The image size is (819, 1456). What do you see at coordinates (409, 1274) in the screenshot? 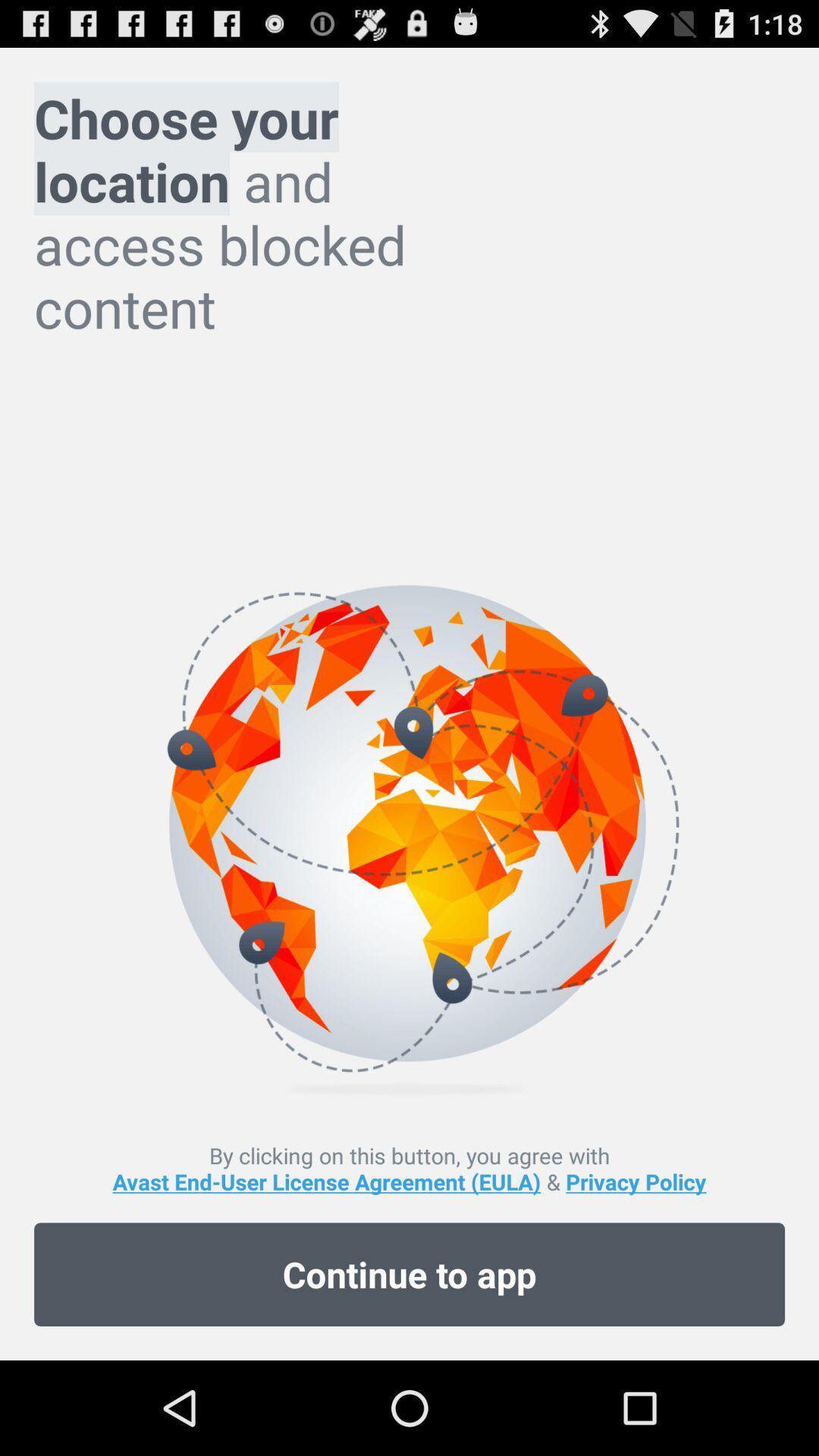
I see `icon below by clicking on app` at bounding box center [409, 1274].